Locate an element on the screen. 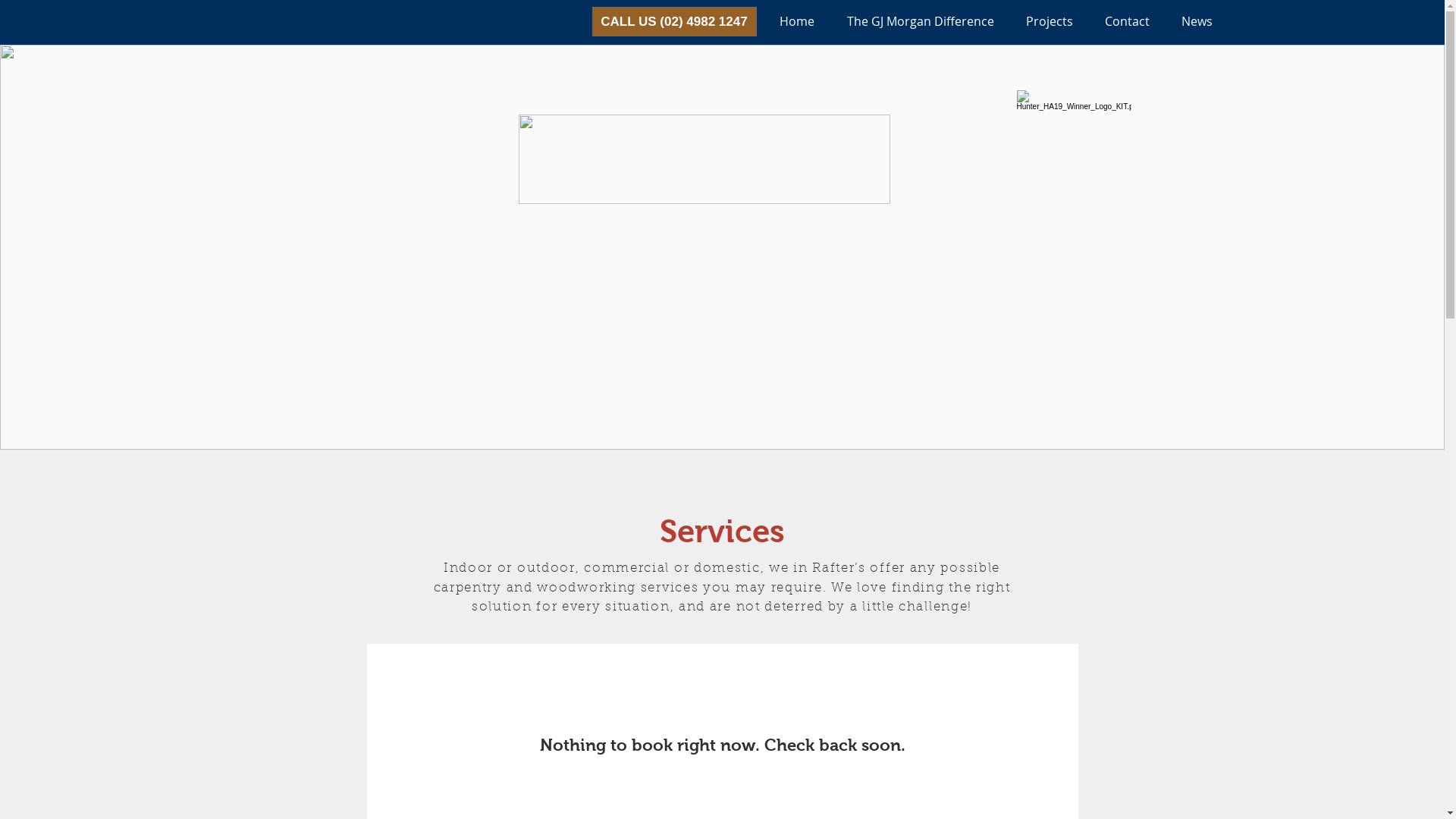 This screenshot has height=819, width=1456. 'The GJ Morgan Difference' is located at coordinates (830, 21).